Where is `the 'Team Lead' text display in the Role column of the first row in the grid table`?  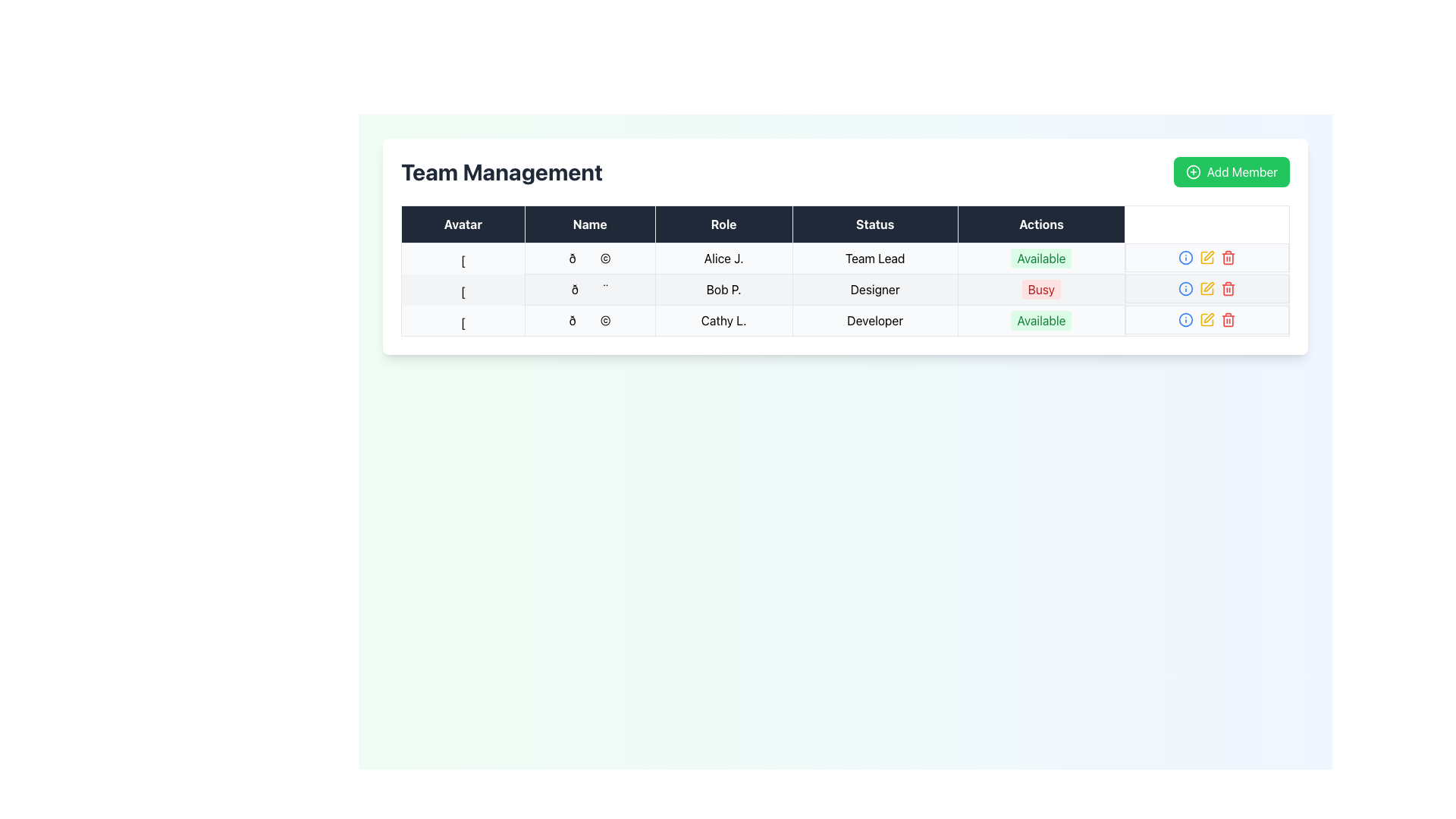
the 'Team Lead' text display in the Role column of the first row in the grid table is located at coordinates (844, 257).